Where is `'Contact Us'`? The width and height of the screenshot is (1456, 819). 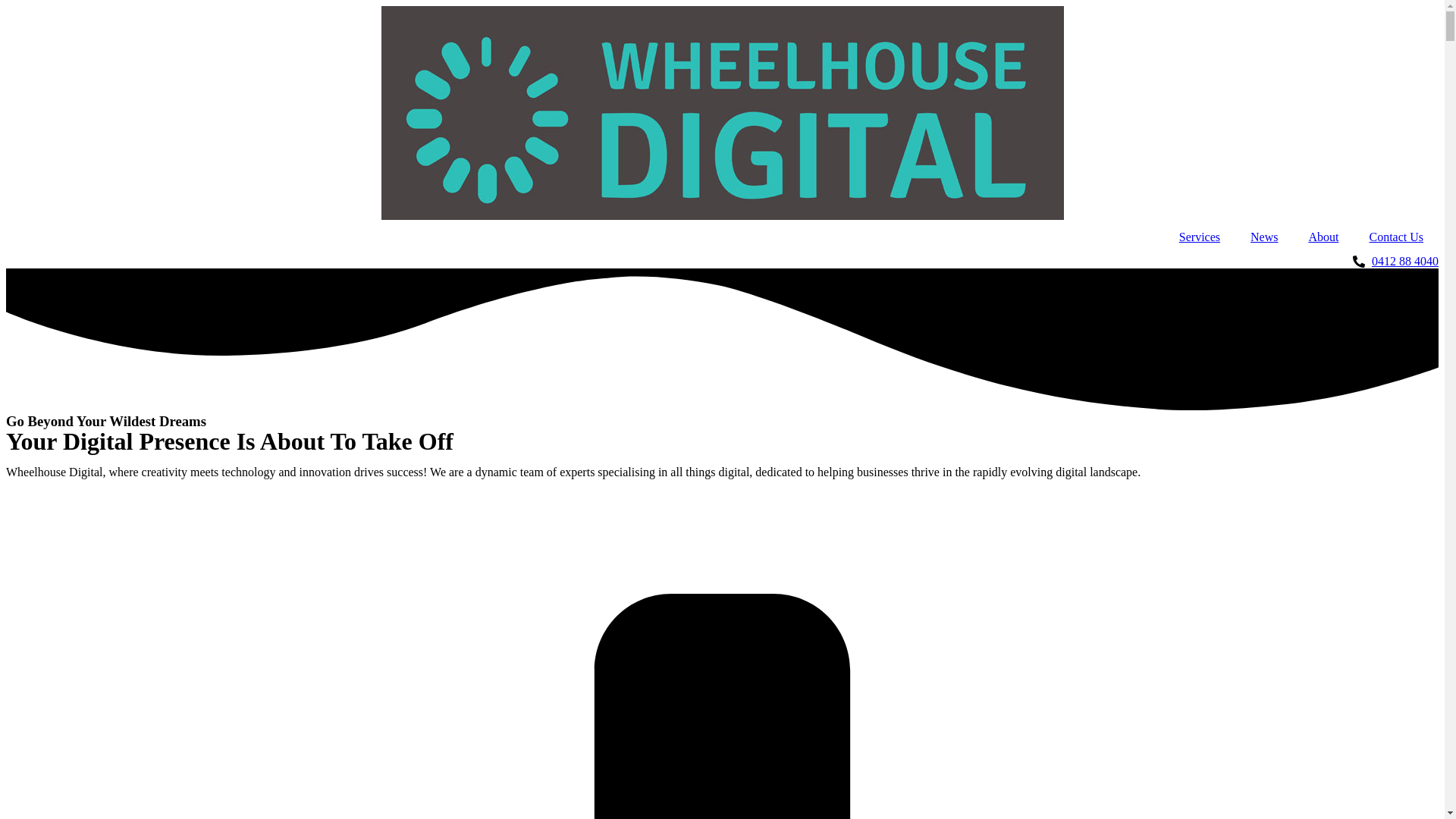
'Contact Us' is located at coordinates (1354, 237).